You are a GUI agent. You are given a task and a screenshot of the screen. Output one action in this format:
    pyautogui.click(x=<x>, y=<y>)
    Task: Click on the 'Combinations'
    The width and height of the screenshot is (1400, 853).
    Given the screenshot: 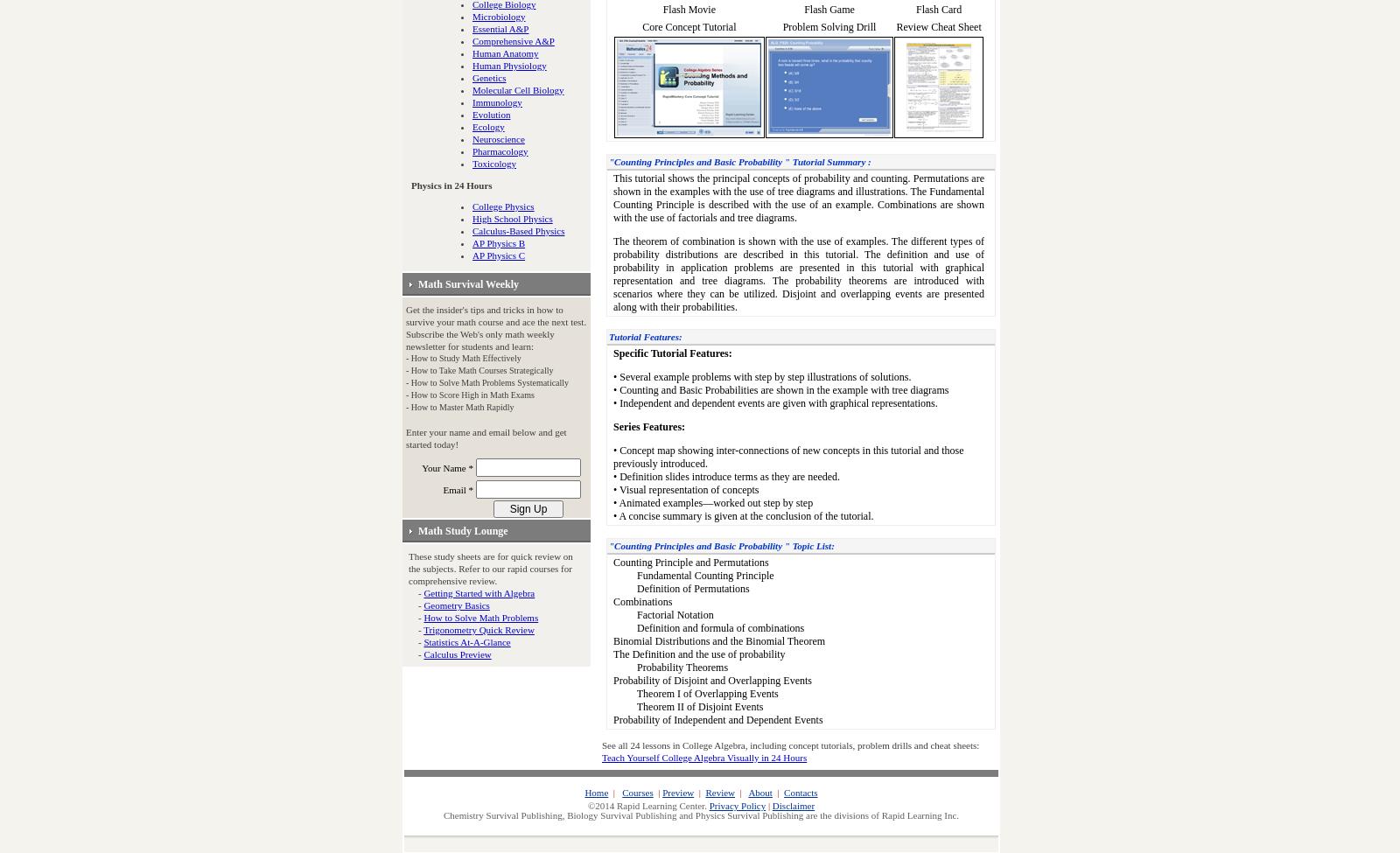 What is the action you would take?
    pyautogui.click(x=642, y=600)
    